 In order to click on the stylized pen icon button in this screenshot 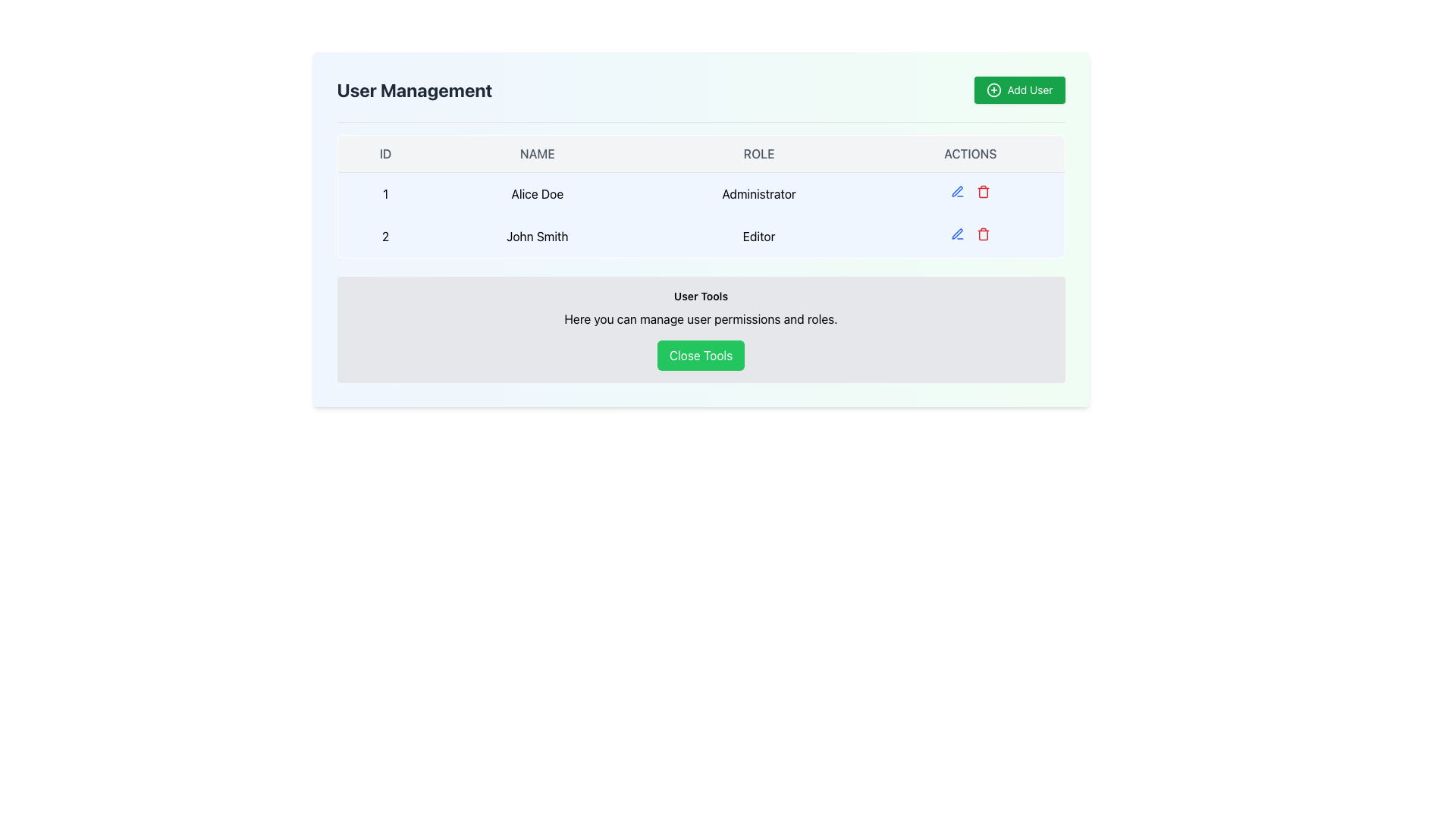, I will do `click(956, 190)`.